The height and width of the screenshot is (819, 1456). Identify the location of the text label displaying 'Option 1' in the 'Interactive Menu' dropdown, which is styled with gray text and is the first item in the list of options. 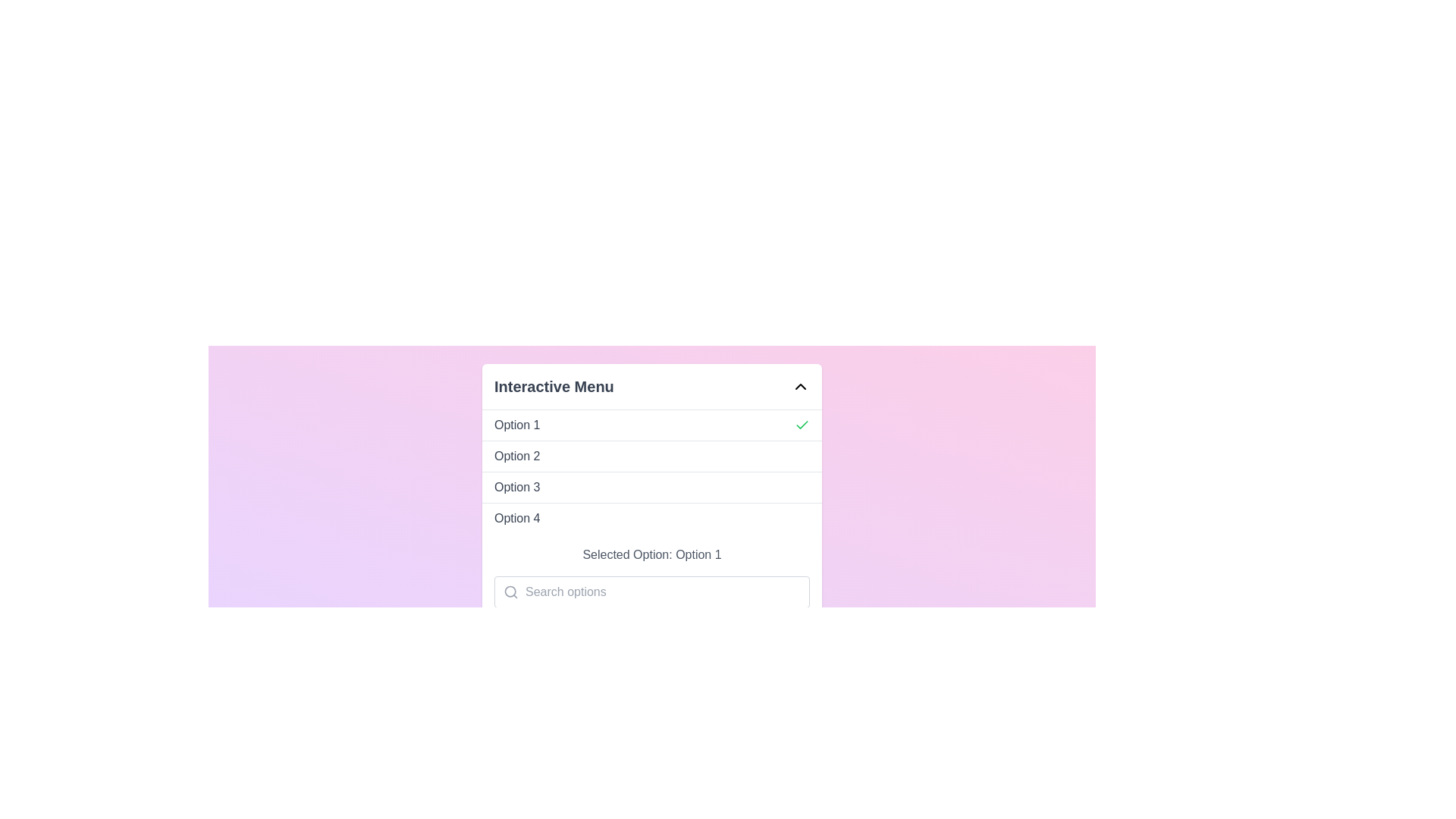
(517, 425).